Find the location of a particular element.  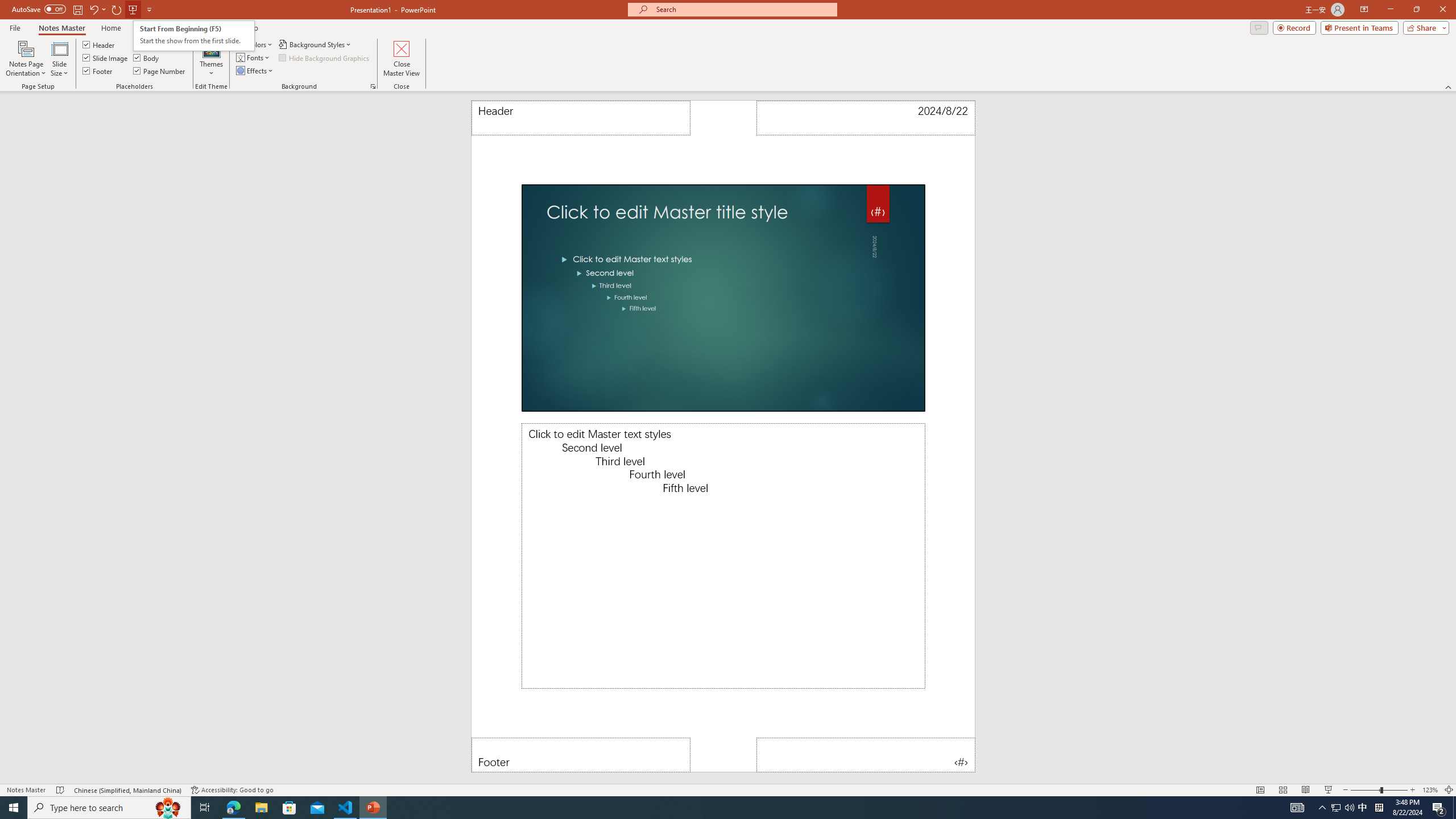

'Slide Image' is located at coordinates (105, 56).